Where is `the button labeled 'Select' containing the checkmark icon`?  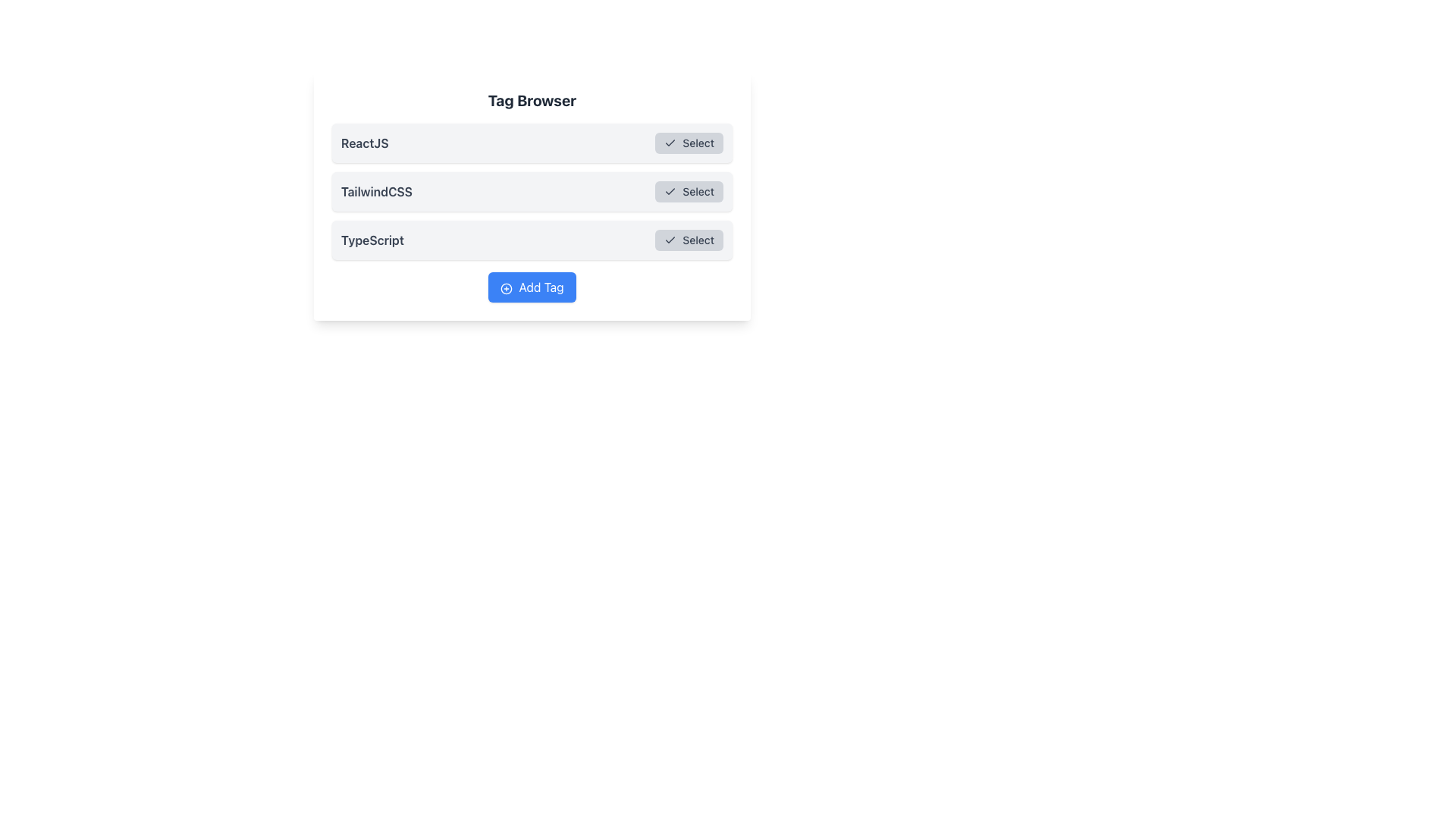
the button labeled 'Select' containing the checkmark icon is located at coordinates (670, 191).